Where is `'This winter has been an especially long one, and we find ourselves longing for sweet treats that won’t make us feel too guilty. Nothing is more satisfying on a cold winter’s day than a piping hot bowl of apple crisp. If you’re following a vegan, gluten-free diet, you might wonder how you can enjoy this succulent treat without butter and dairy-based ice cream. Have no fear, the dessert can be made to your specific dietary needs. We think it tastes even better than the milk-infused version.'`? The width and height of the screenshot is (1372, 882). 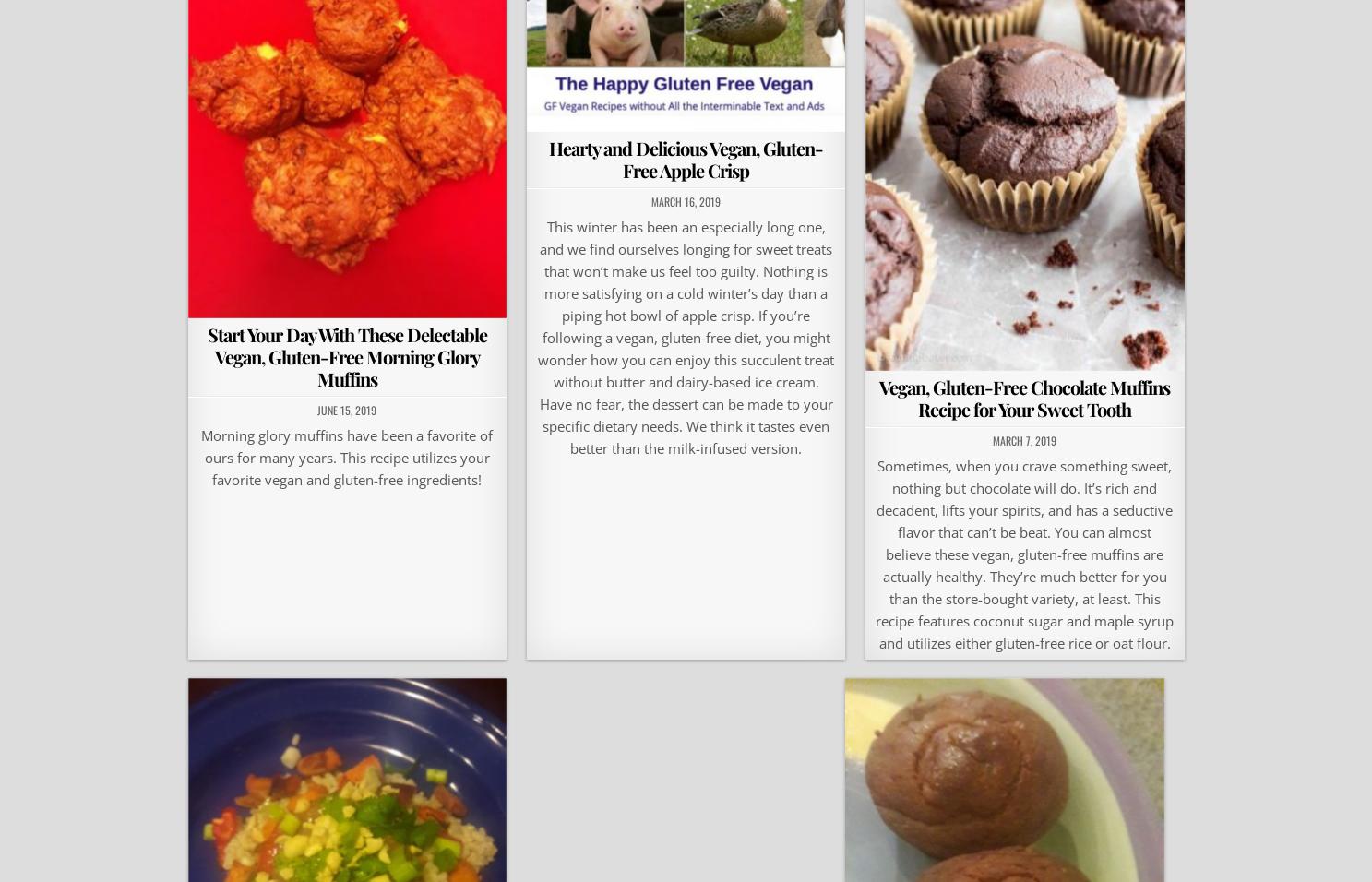 'This winter has been an especially long one, and we find ourselves longing for sweet treats that won’t make us feel too guilty. Nothing is more satisfying on a cold winter’s day than a piping hot bowl of apple crisp. If you’re following a vegan, gluten-free diet, you might wonder how you can enjoy this succulent treat without butter and dairy-based ice cream. Have no fear, the dessert can be made to your specific dietary needs. We think it tastes even better than the milk-infused version.' is located at coordinates (537, 337).